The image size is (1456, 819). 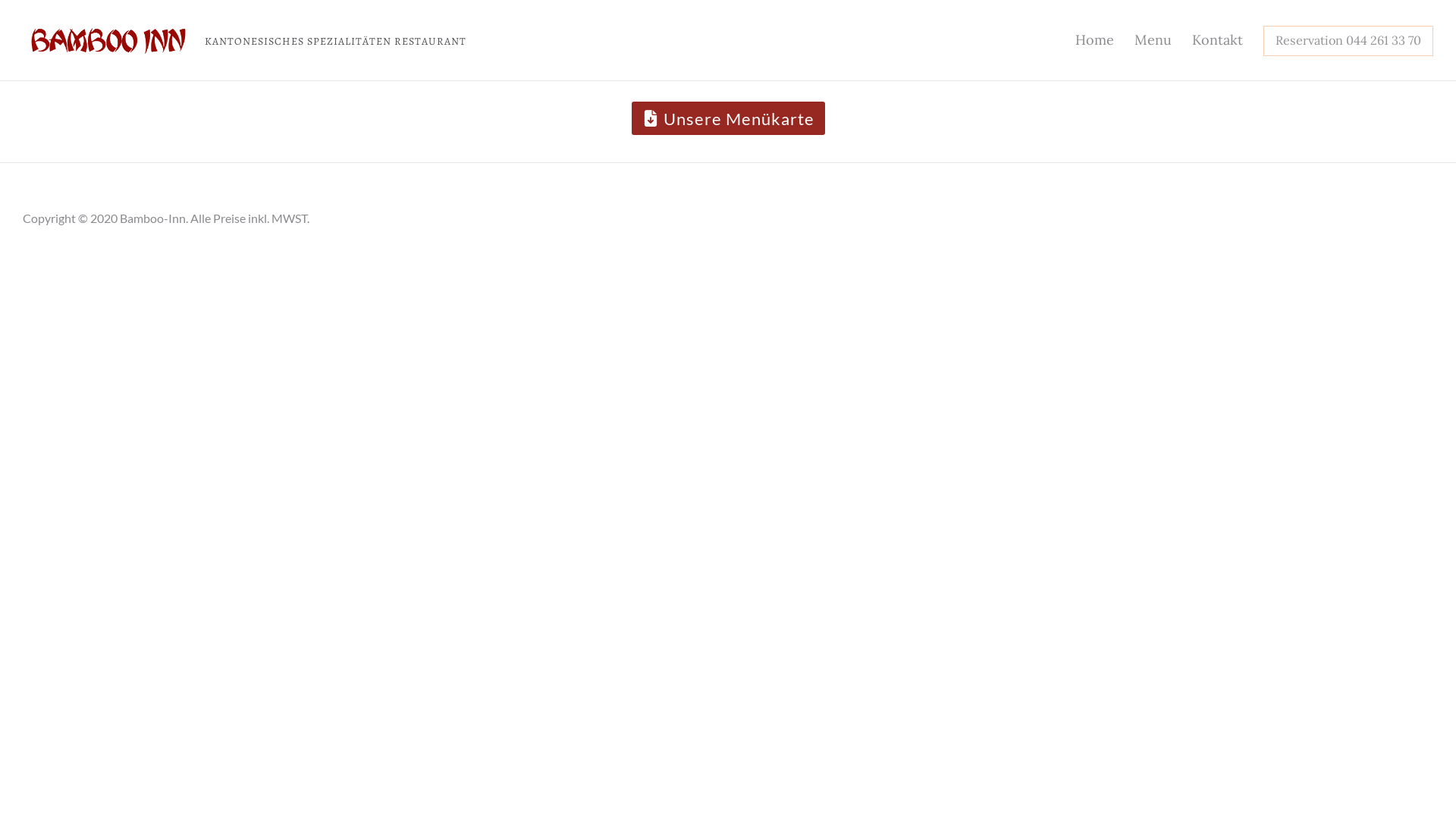 What do you see at coordinates (1065, 39) in the screenshot?
I see `'Home'` at bounding box center [1065, 39].